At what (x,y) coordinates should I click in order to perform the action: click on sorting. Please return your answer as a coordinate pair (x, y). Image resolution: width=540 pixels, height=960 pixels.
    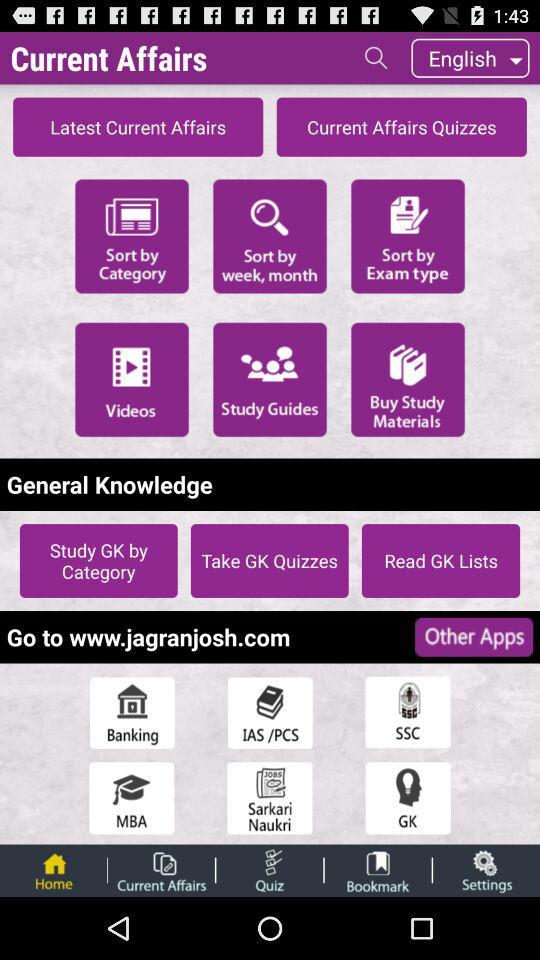
    Looking at the image, I should click on (270, 235).